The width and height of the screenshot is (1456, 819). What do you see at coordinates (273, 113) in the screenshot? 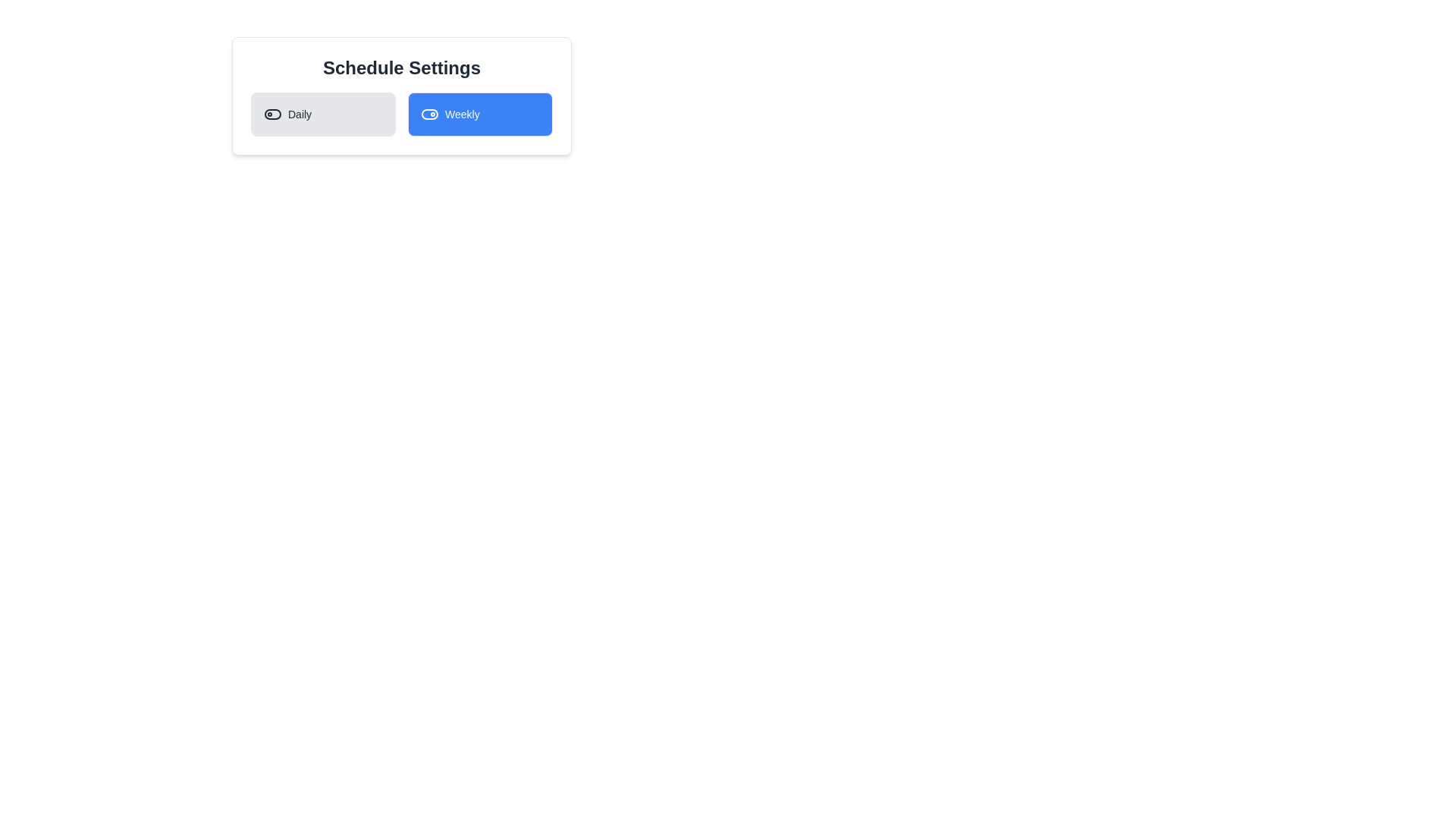
I see `the toggle switch base located under the 'Daily' option label` at bounding box center [273, 113].